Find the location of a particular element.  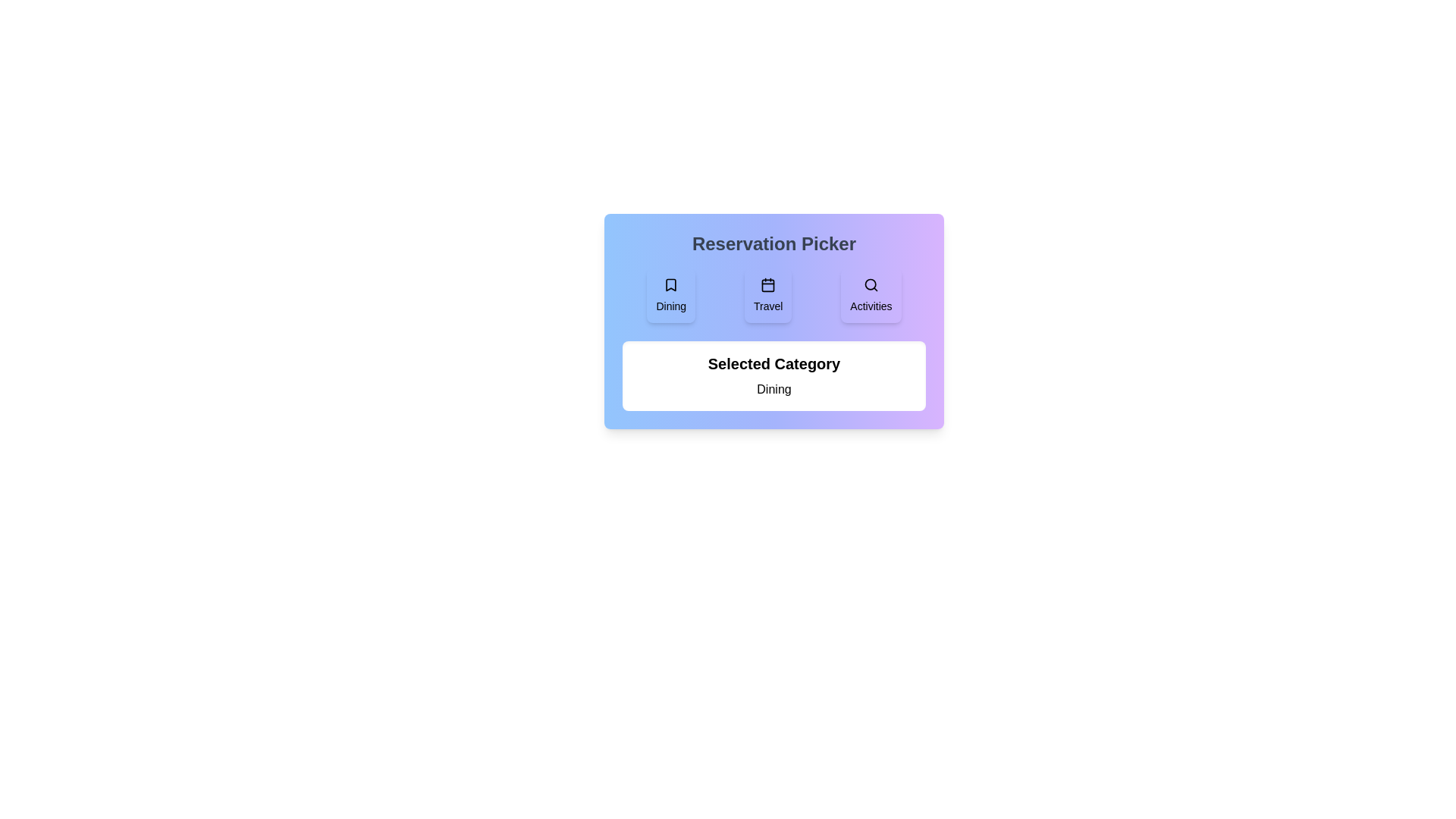

the category button labeled Dining to select it is located at coordinates (670, 295).